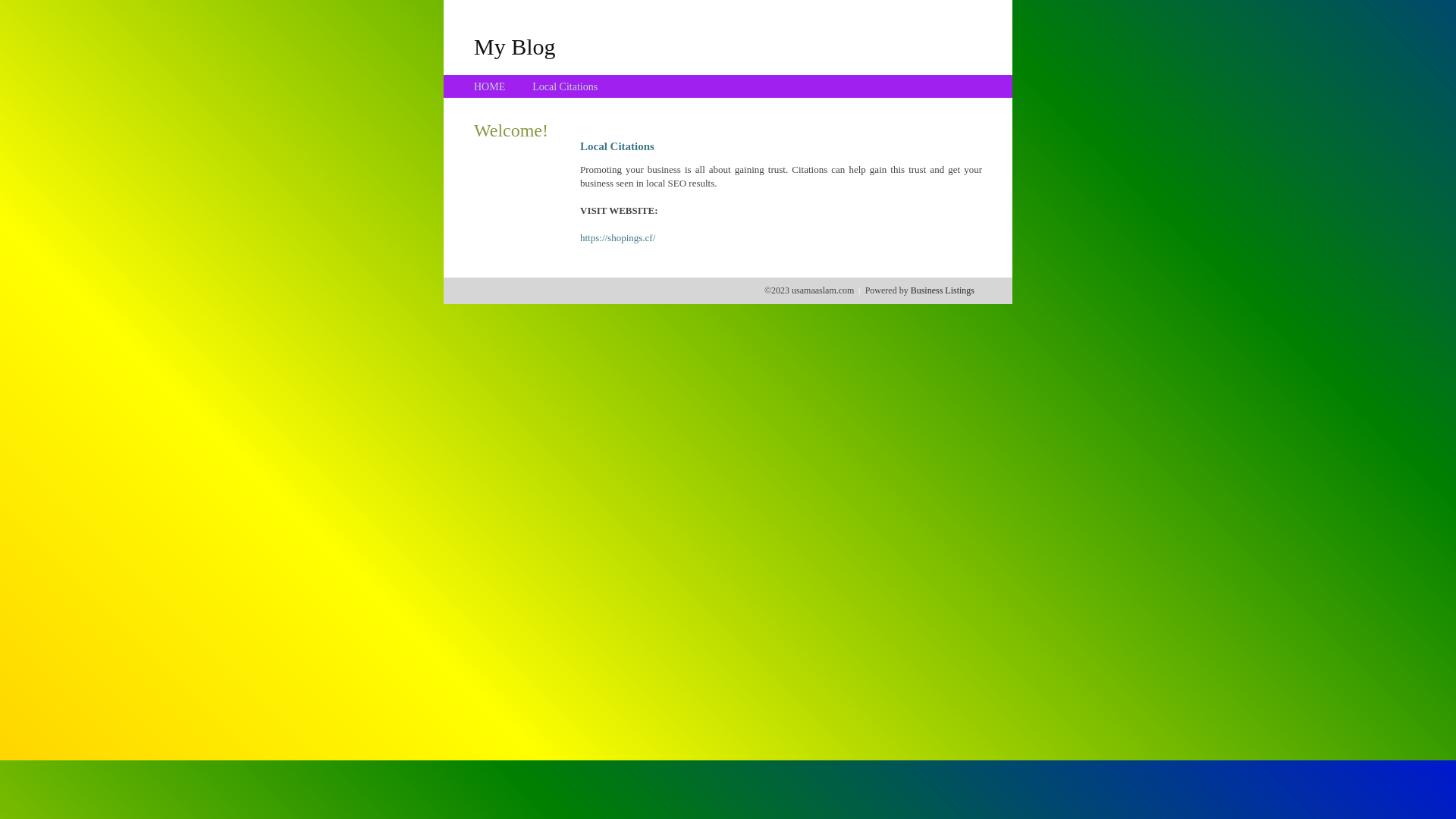  What do you see at coordinates (617, 237) in the screenshot?
I see `'https://shopings.cf/'` at bounding box center [617, 237].